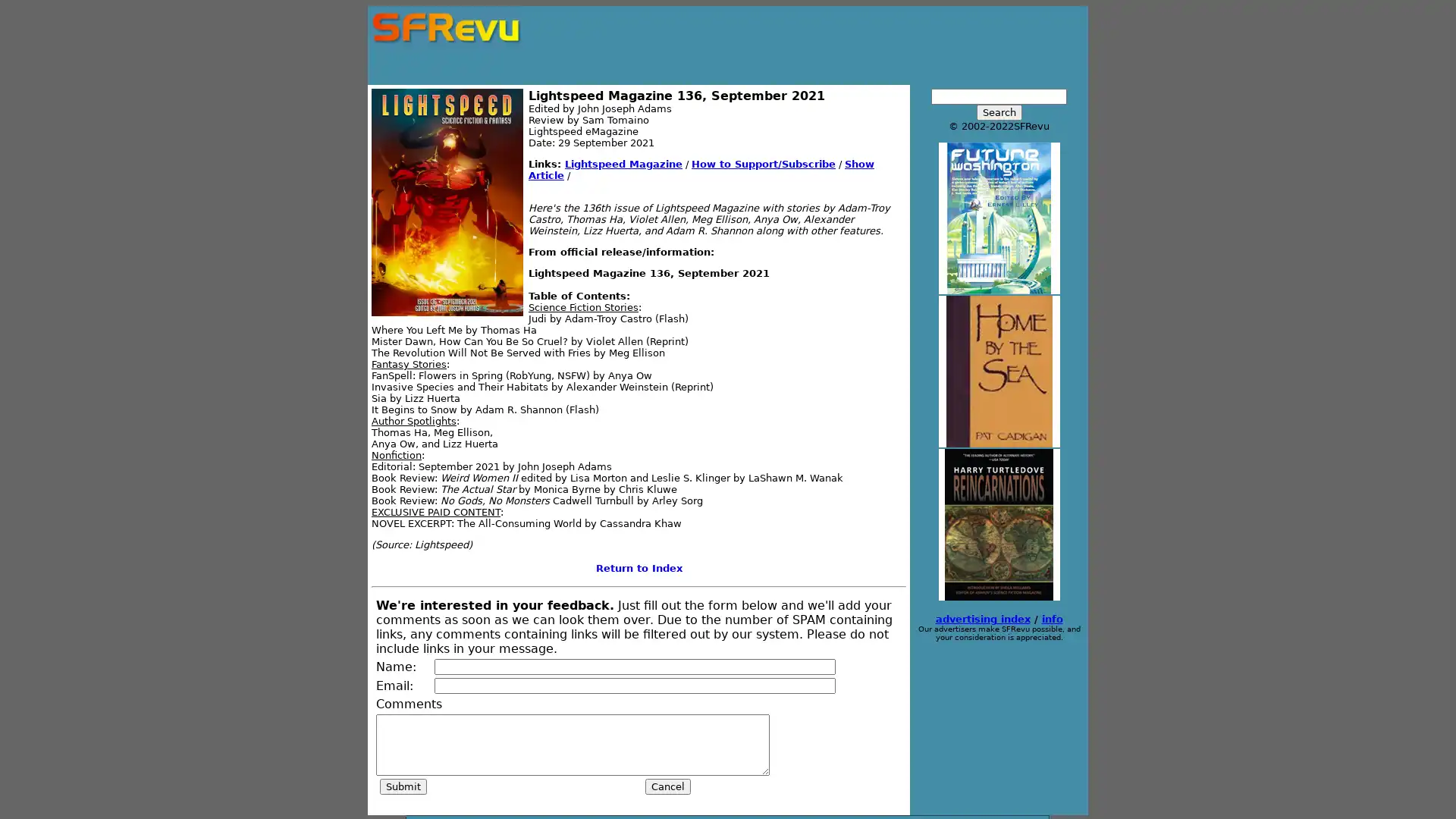 The image size is (1456, 819). Describe the element at coordinates (998, 111) in the screenshot. I see `Search` at that location.